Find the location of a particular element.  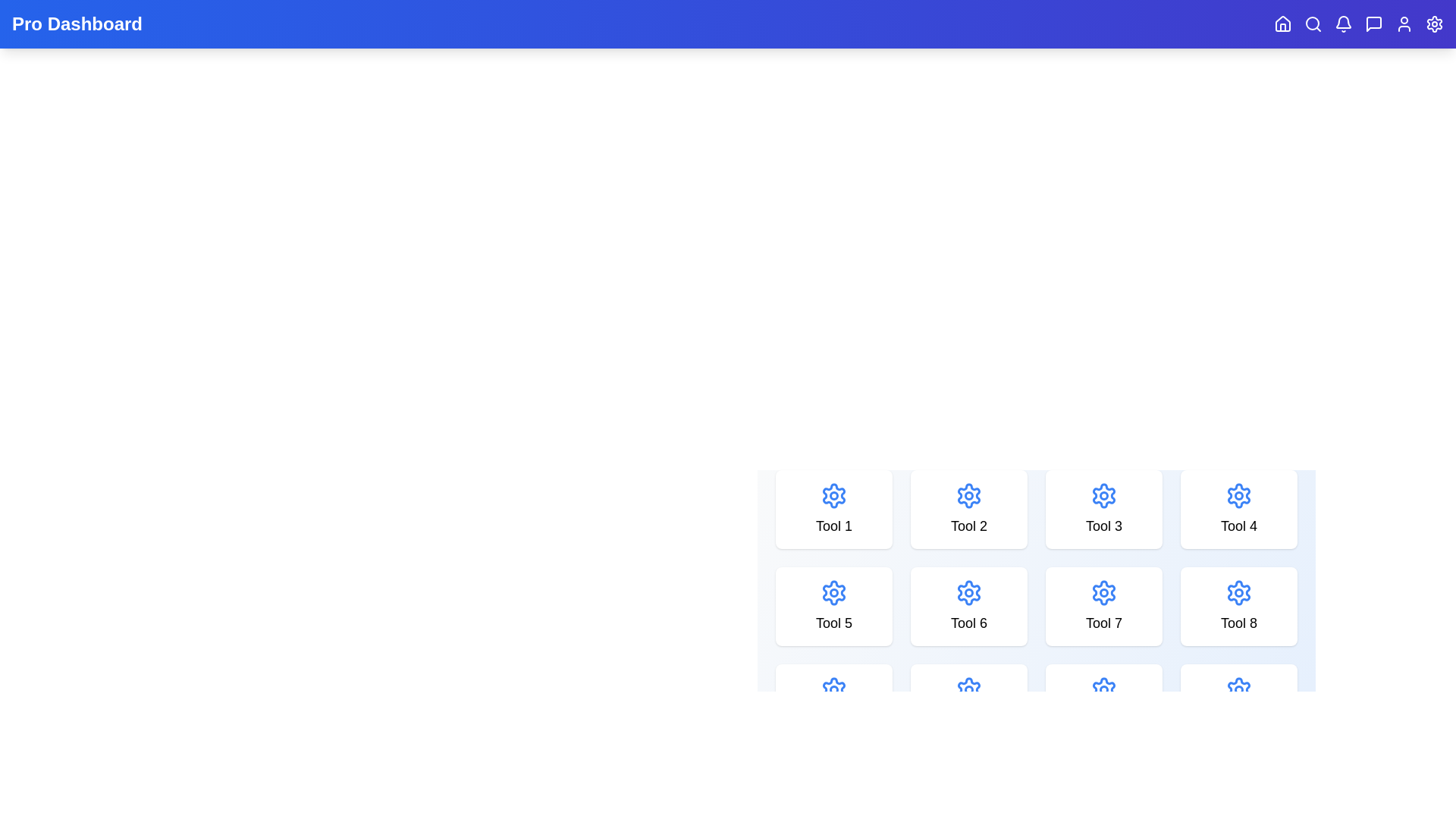

the Settings navigation icon in the header is located at coordinates (1433, 24).